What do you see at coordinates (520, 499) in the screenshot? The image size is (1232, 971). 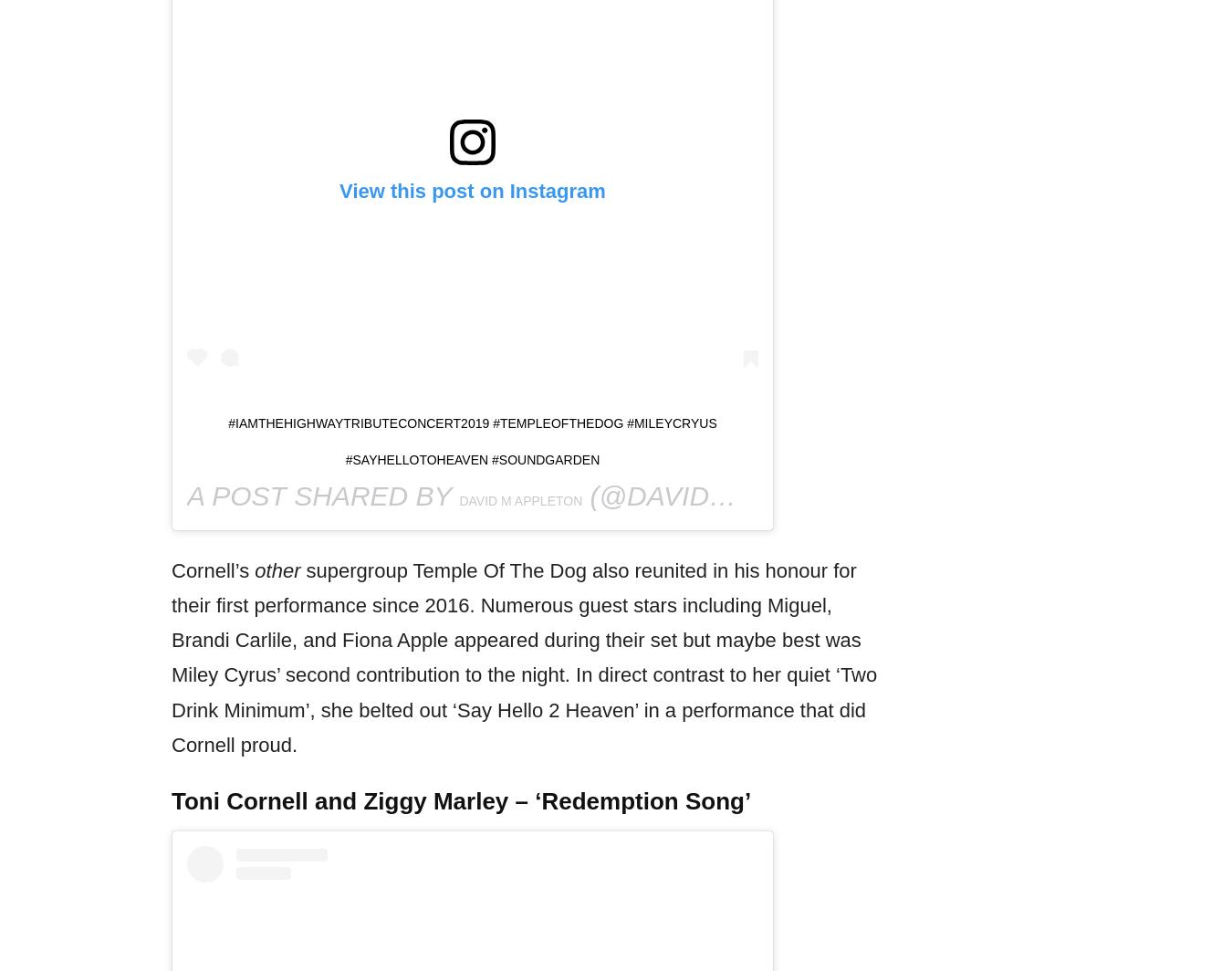 I see `'David M Appleton'` at bounding box center [520, 499].